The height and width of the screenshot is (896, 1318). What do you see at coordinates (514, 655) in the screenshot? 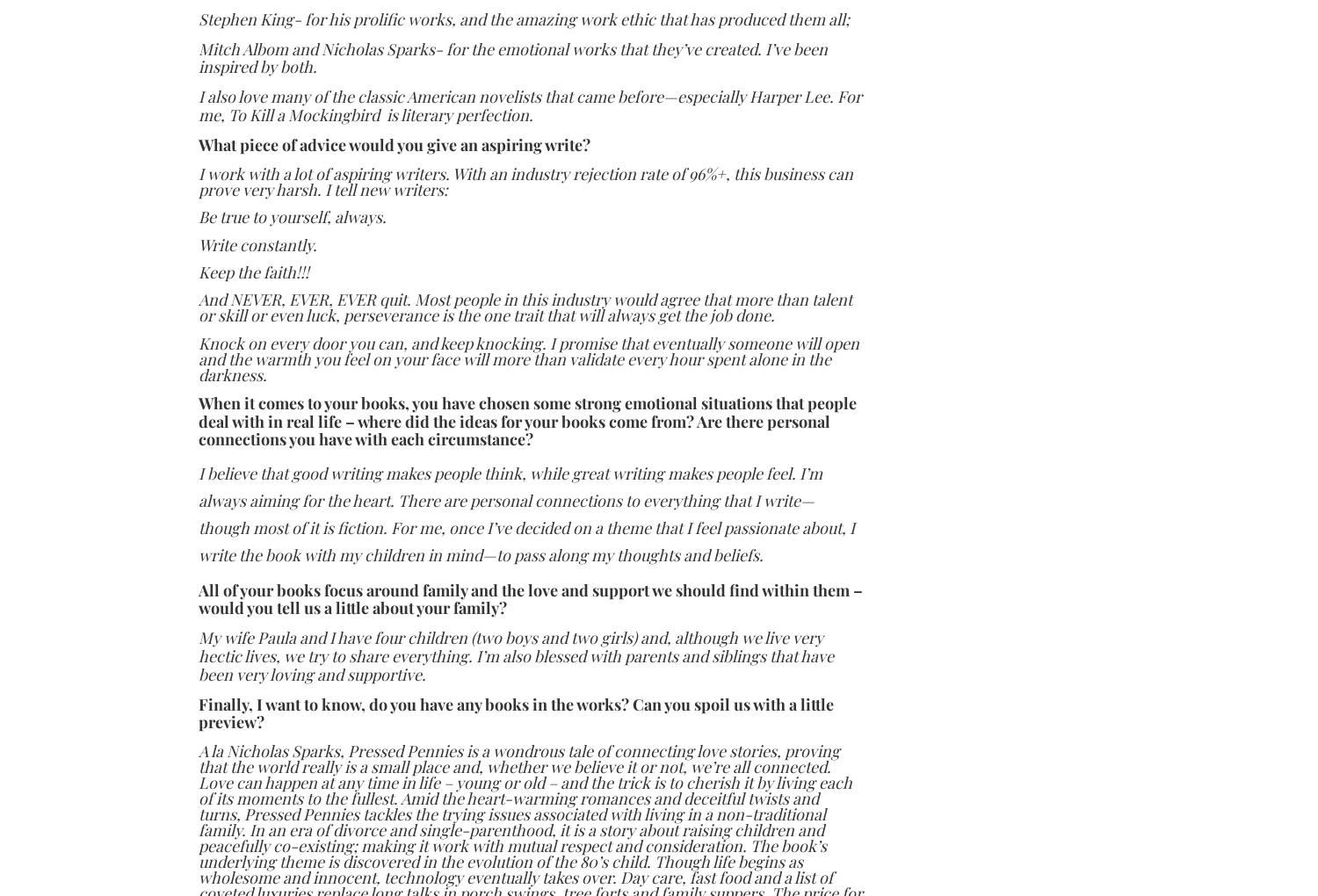
I see `'My wife Paula and I have four children (two boys and two girls) and, although we live very hectic lives, we try to share everything. I’m also blessed with parents and siblings that have been very loving and supportive.'` at bounding box center [514, 655].